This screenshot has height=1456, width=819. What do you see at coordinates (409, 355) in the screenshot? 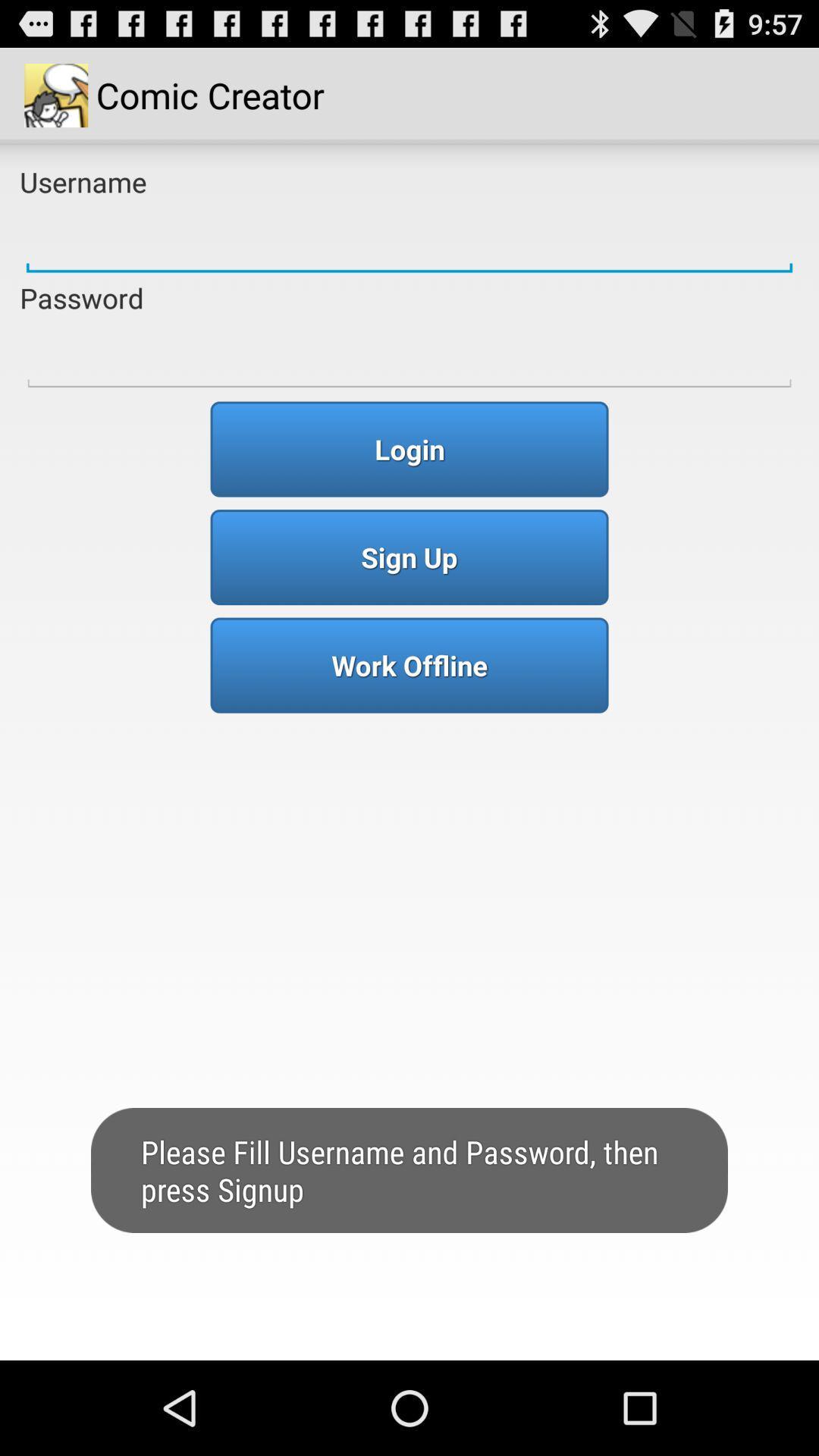
I see `input password` at bounding box center [409, 355].